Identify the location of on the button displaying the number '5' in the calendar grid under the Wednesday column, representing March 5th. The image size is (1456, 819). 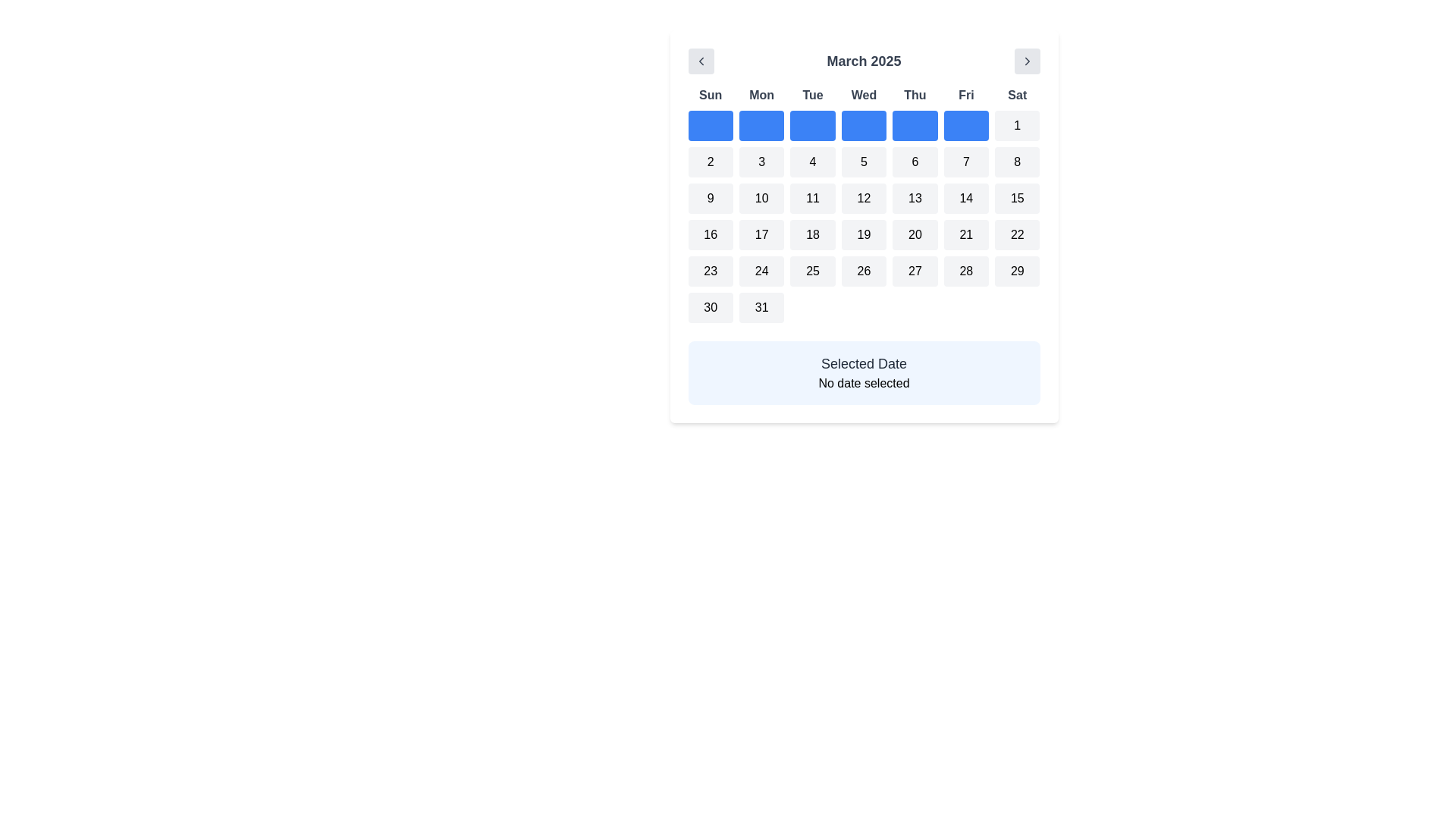
(864, 162).